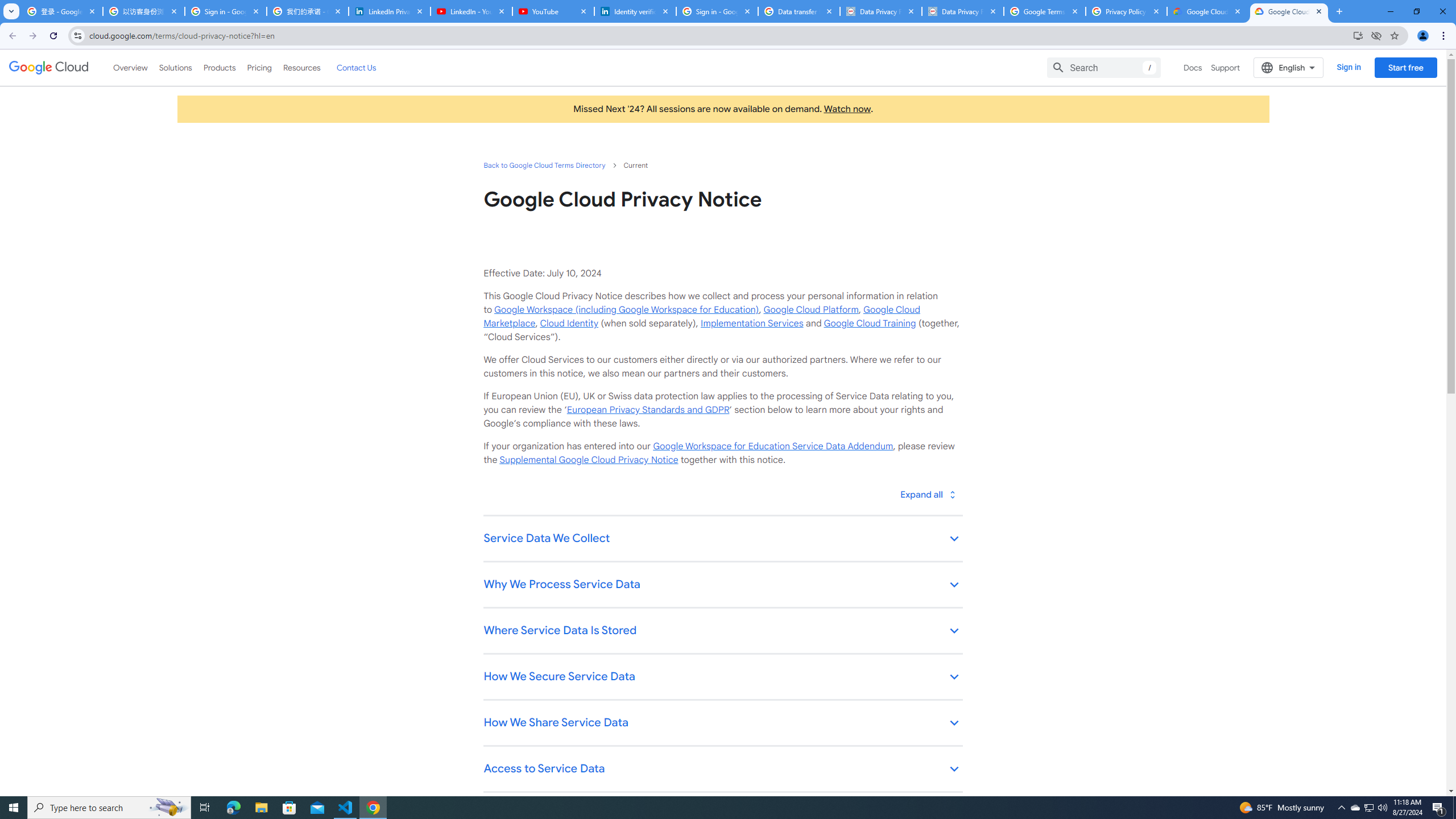  I want to click on 'Supplemental Google Cloud Privacy Notice', so click(589, 460).